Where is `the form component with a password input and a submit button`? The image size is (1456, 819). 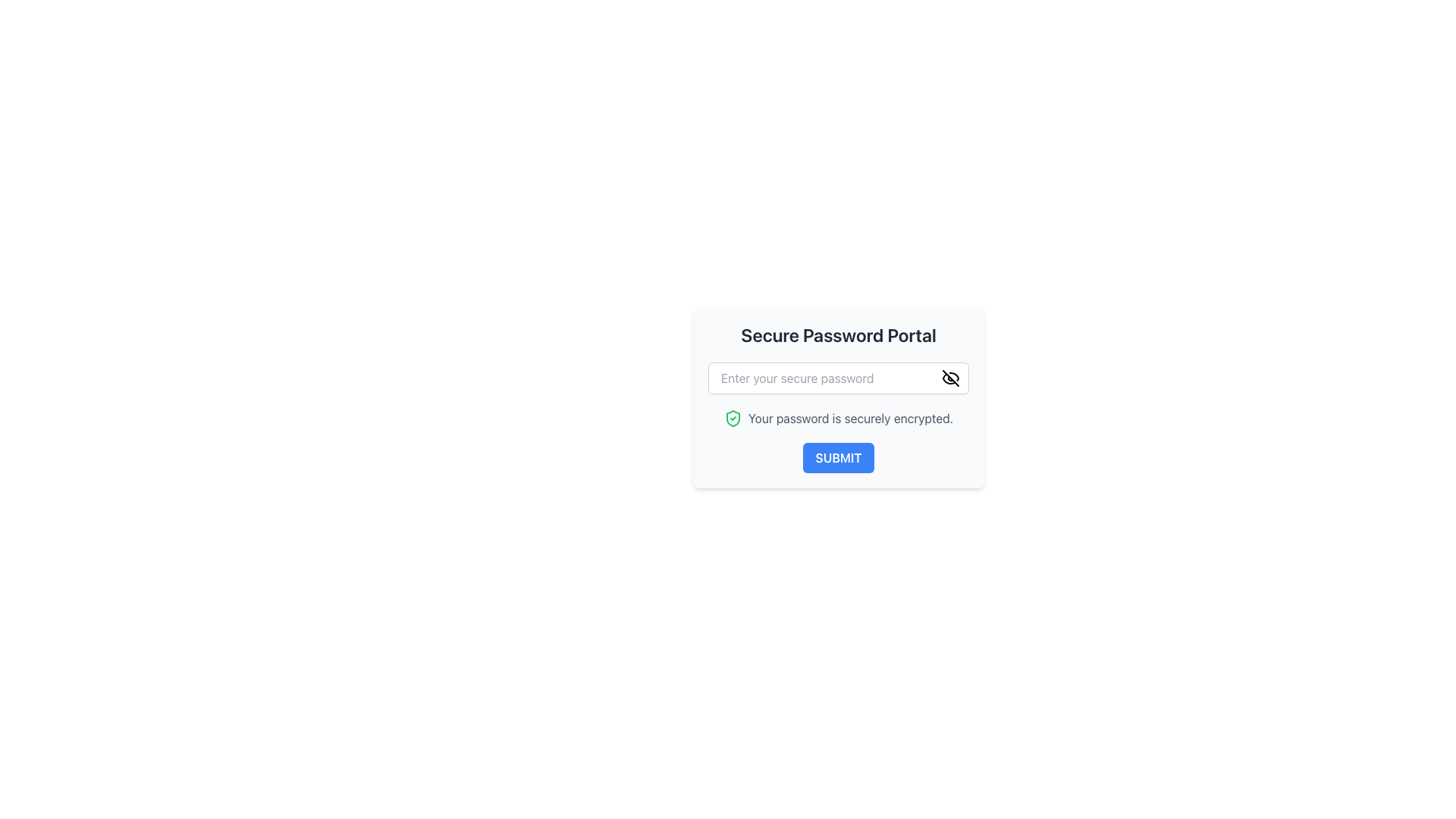 the form component with a password input and a submit button is located at coordinates (837, 397).